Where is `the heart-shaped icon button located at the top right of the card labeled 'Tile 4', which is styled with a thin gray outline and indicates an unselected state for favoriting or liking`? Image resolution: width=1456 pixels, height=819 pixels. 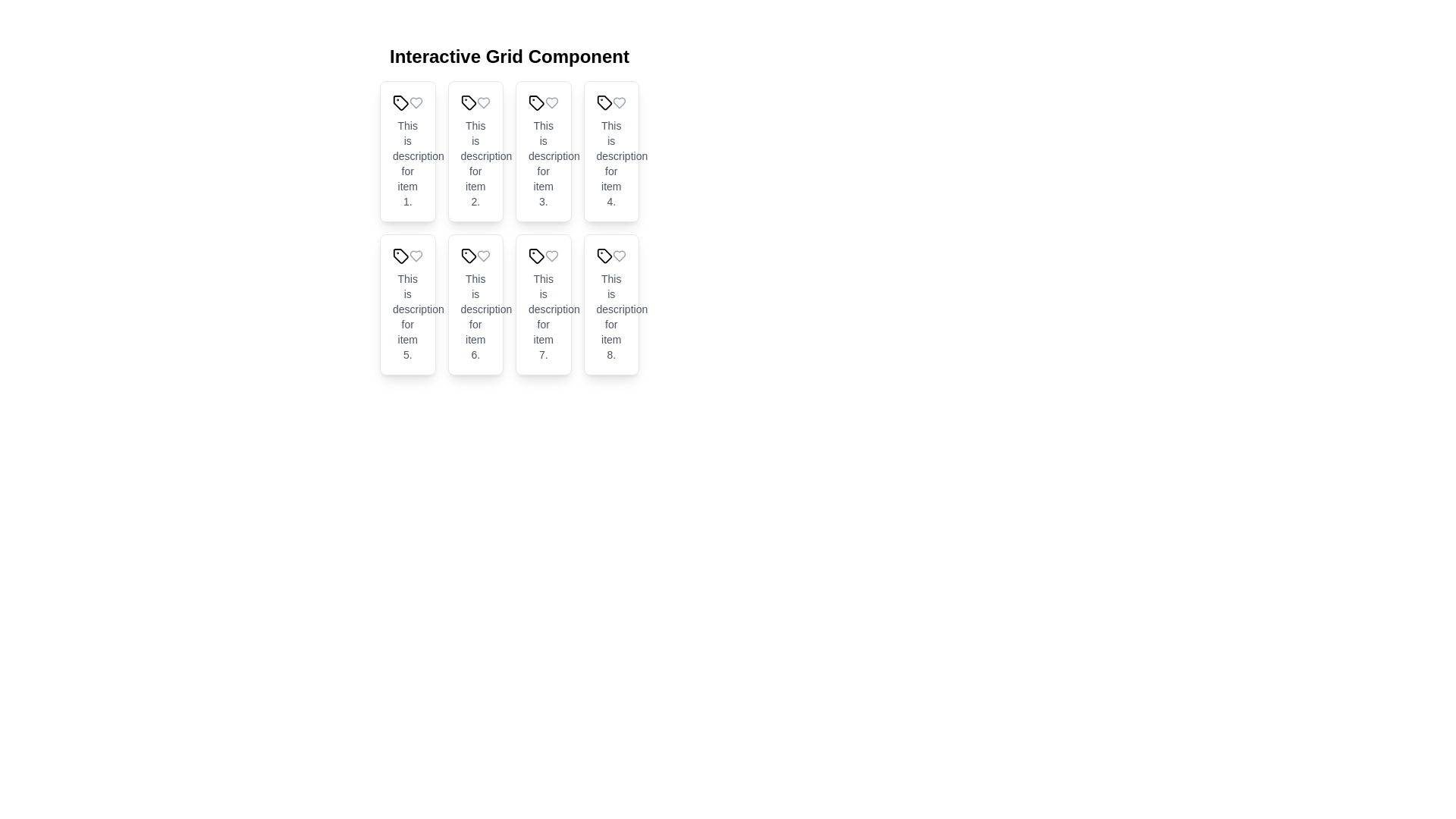 the heart-shaped icon button located at the top right of the card labeled 'Tile 4', which is styled with a thin gray outline and indicates an unselected state for favoriting or liking is located at coordinates (619, 102).